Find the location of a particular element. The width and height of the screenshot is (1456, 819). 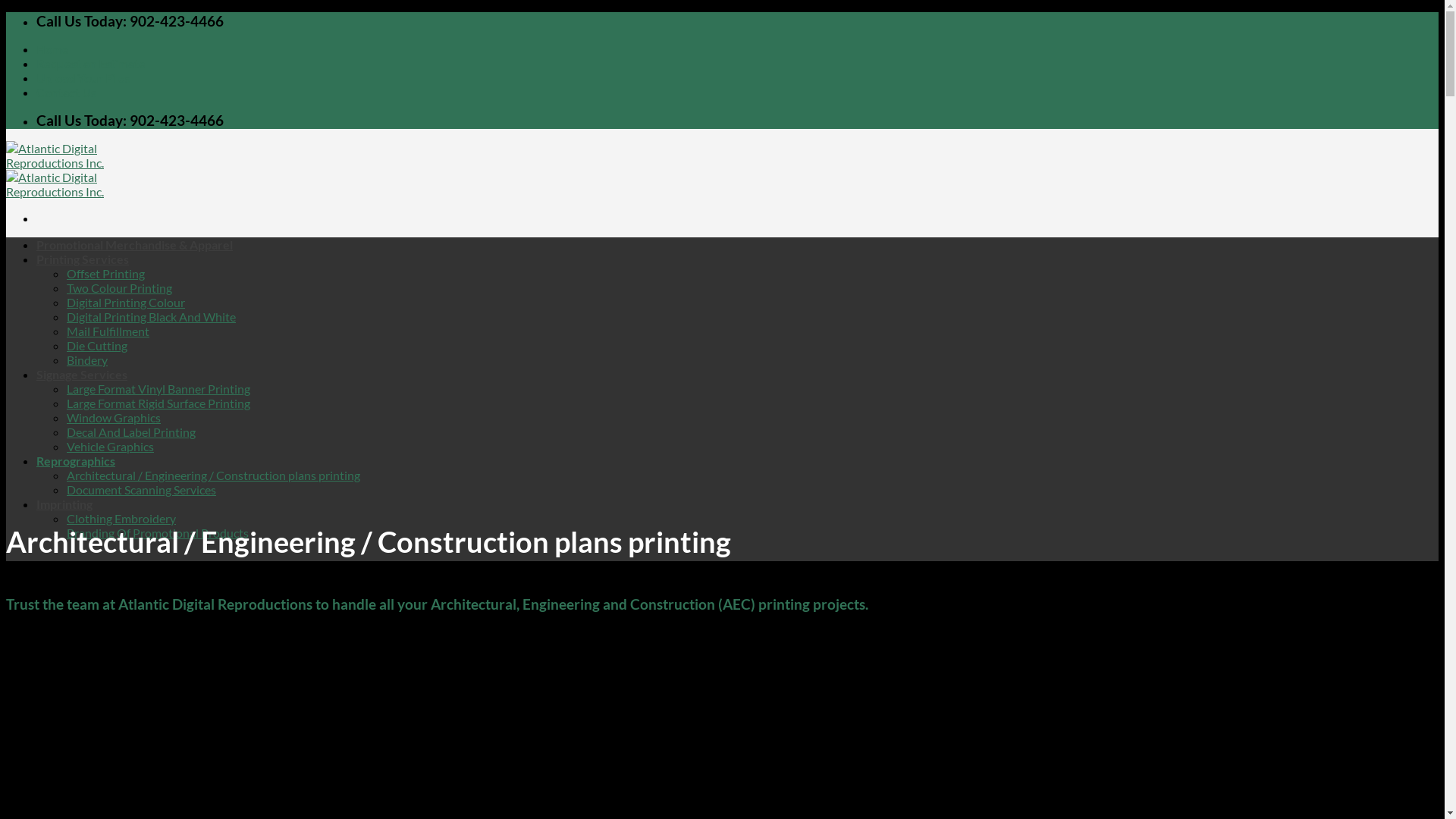

'Reprographics' is located at coordinates (75, 460).